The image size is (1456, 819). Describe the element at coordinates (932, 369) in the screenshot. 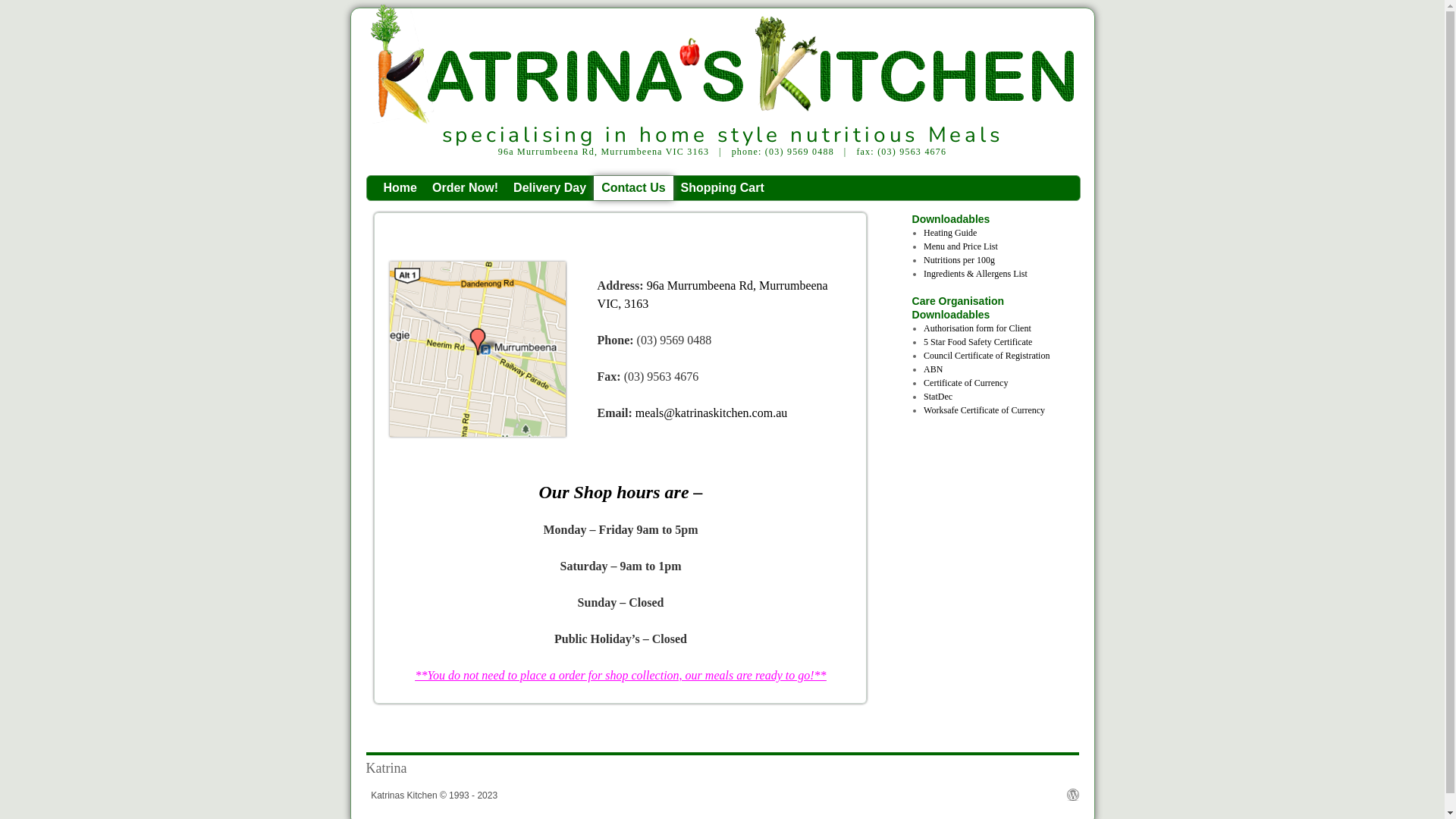

I see `'ABN'` at that location.